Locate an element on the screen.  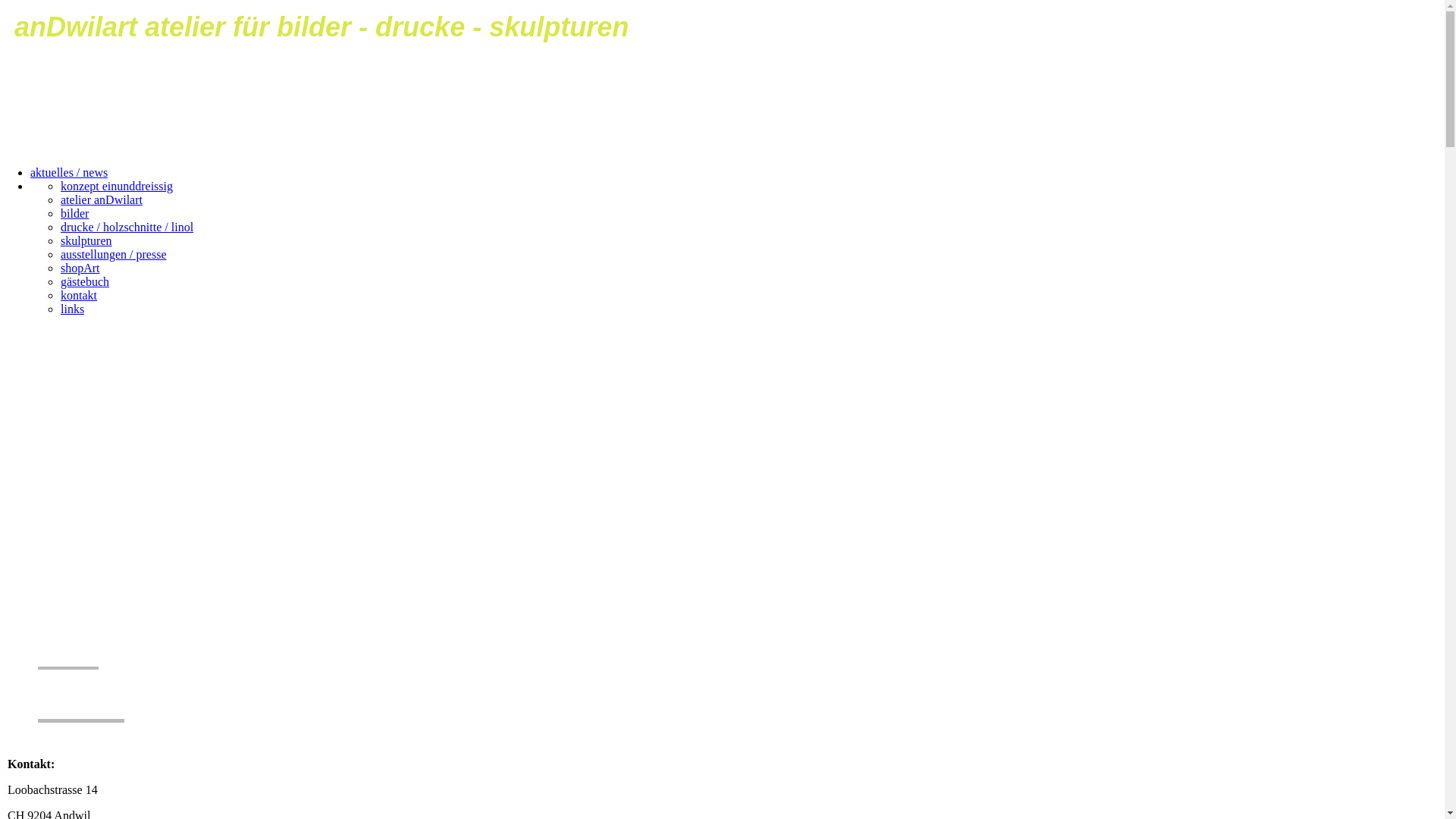
'links' is located at coordinates (71, 308).